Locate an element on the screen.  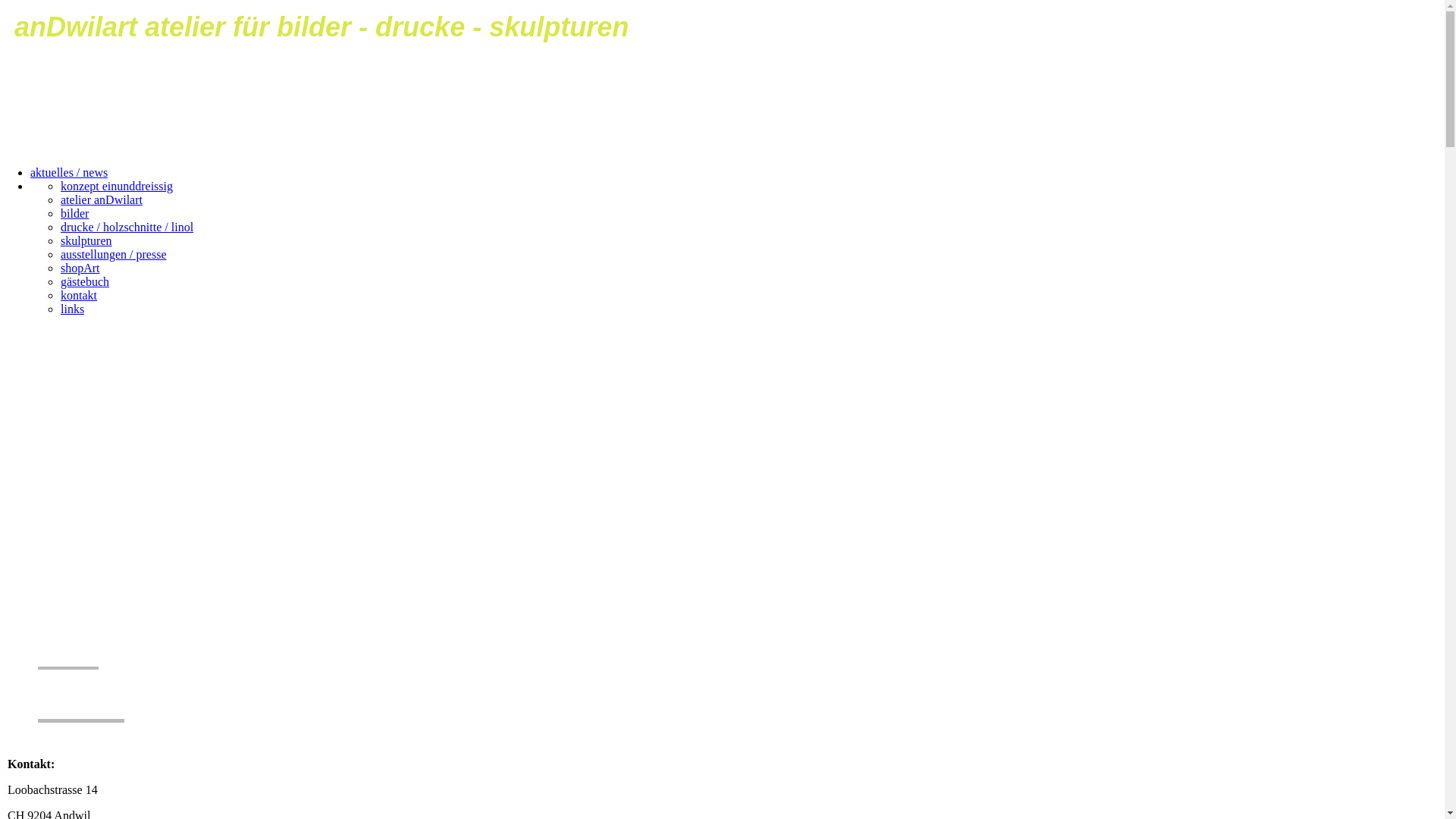
'links' is located at coordinates (71, 308).